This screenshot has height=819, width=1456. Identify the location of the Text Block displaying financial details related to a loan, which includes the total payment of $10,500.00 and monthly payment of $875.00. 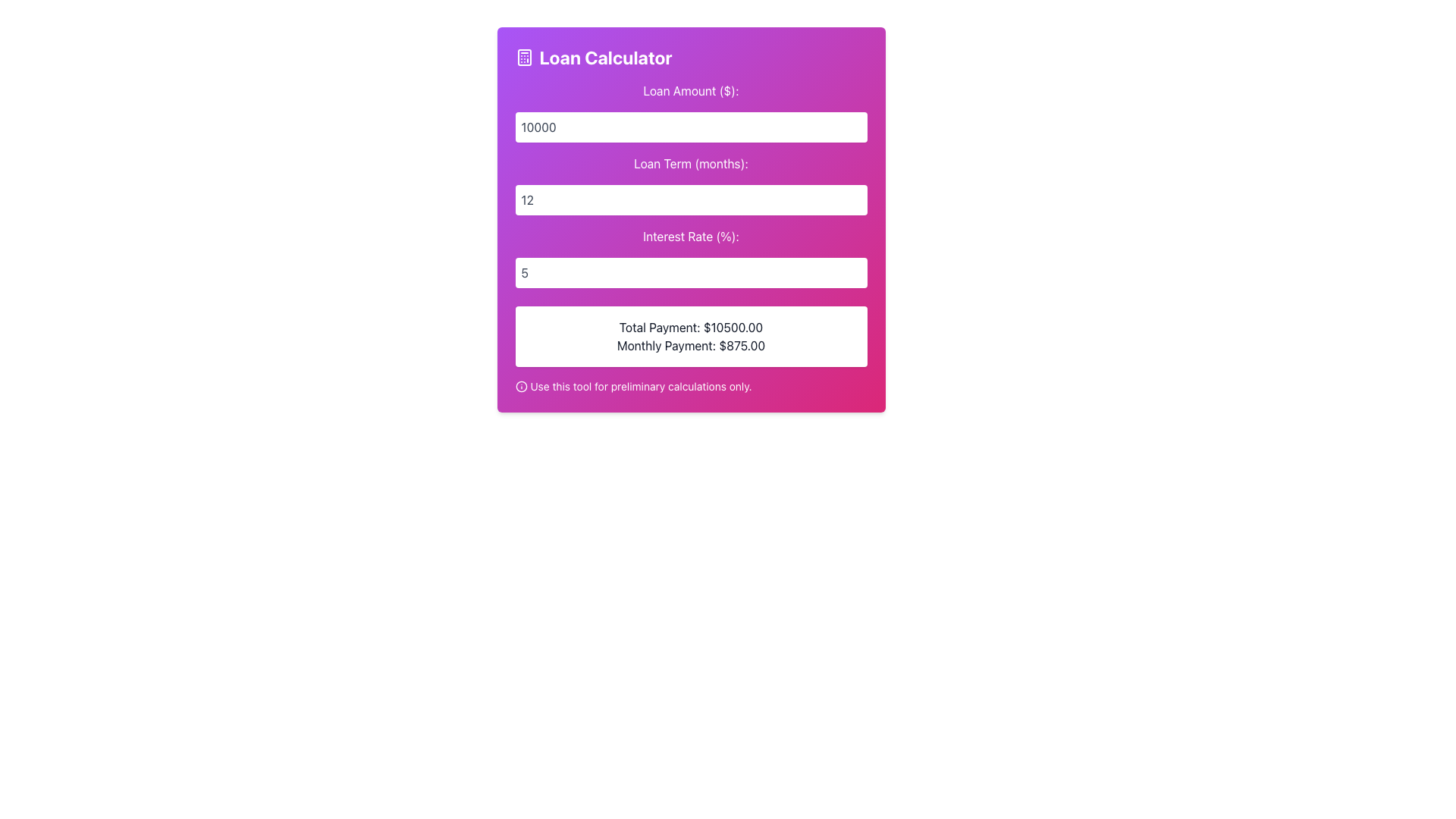
(690, 335).